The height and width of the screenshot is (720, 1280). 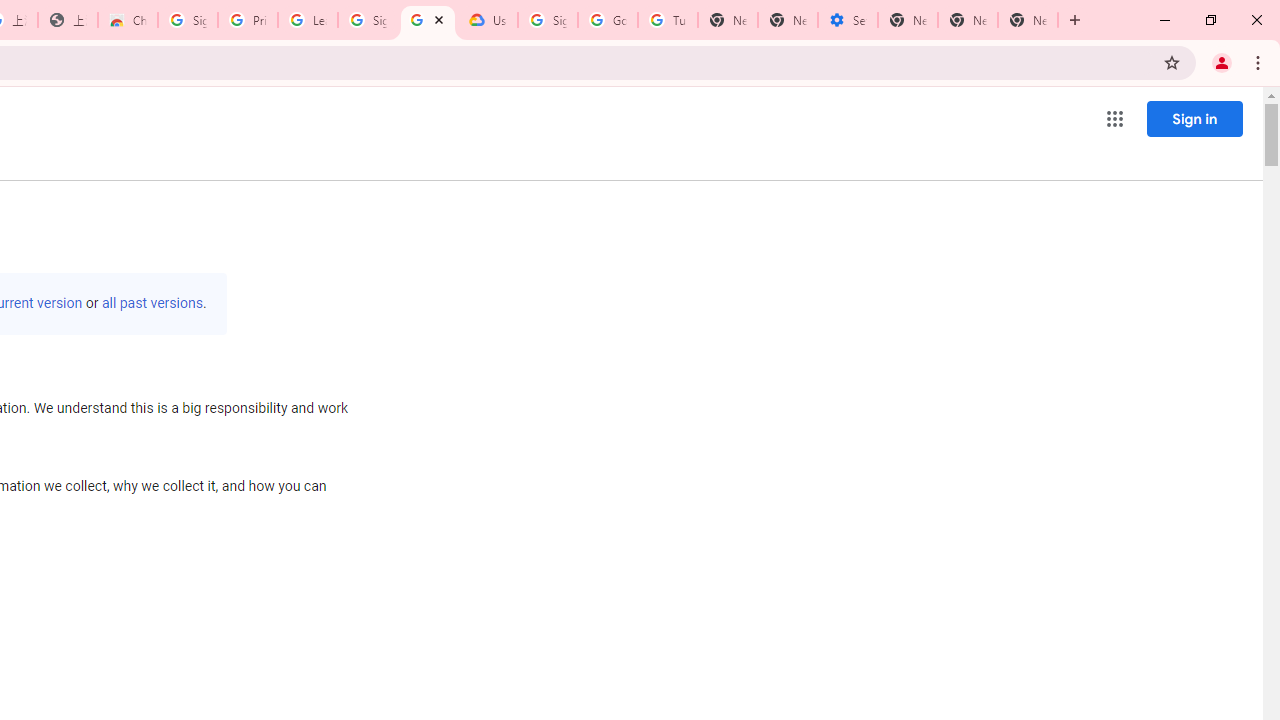 What do you see at coordinates (187, 20) in the screenshot?
I see `'Sign in - Google Accounts'` at bounding box center [187, 20].